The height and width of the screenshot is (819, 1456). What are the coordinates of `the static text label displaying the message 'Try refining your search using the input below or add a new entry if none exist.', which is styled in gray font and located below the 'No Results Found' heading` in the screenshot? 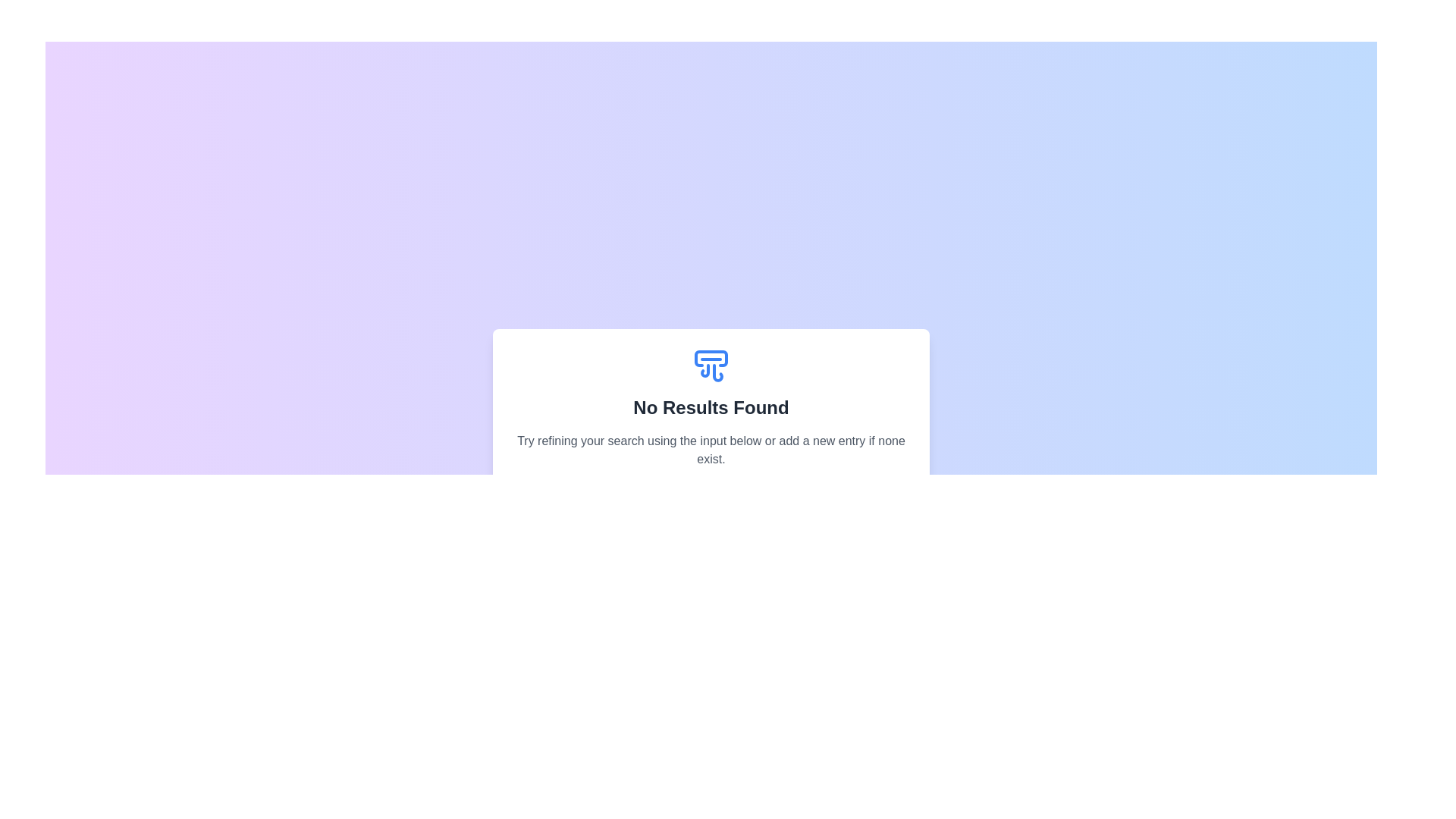 It's located at (710, 450).